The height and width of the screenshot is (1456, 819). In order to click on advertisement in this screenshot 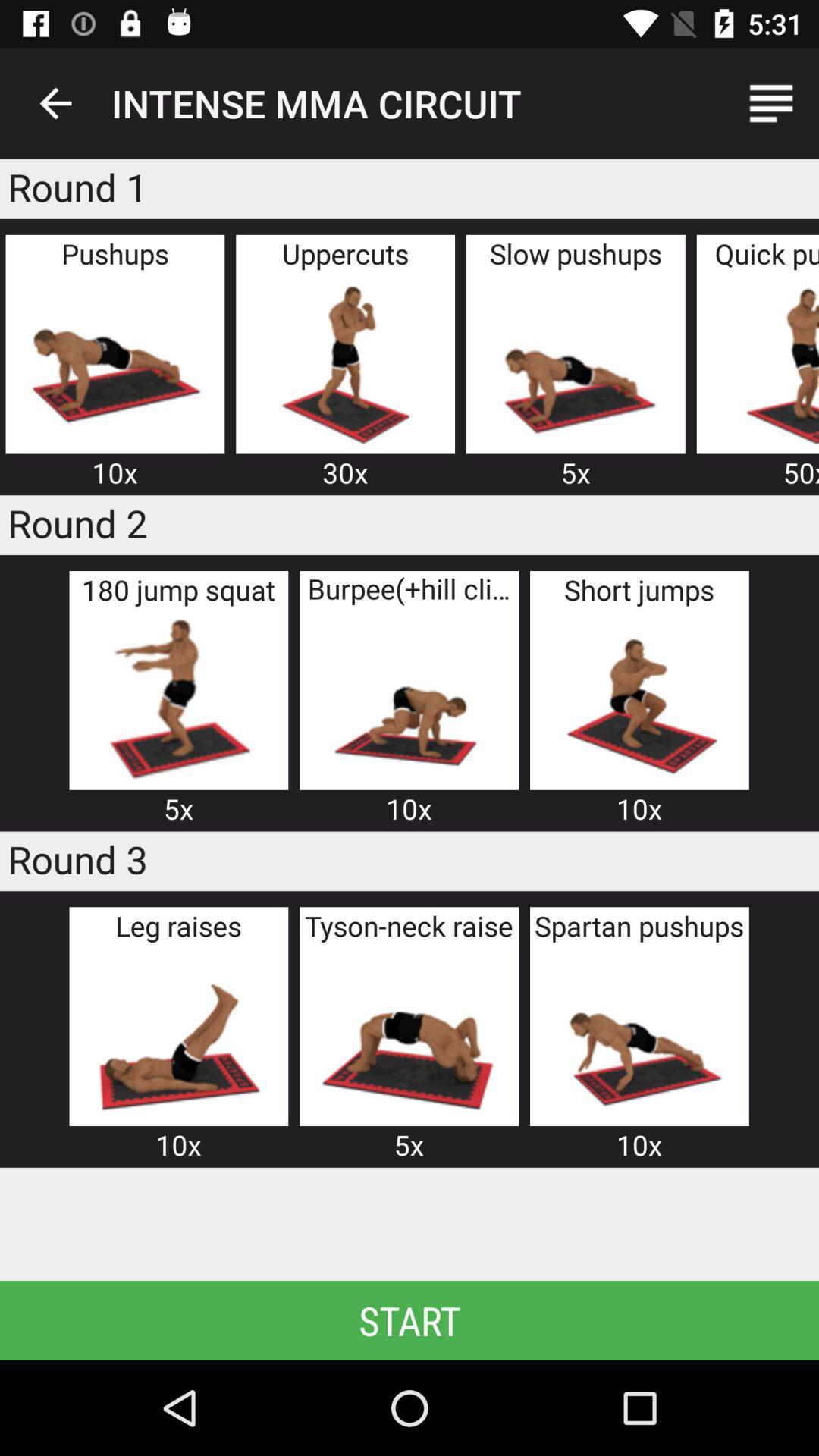, I will do `click(345, 362)`.